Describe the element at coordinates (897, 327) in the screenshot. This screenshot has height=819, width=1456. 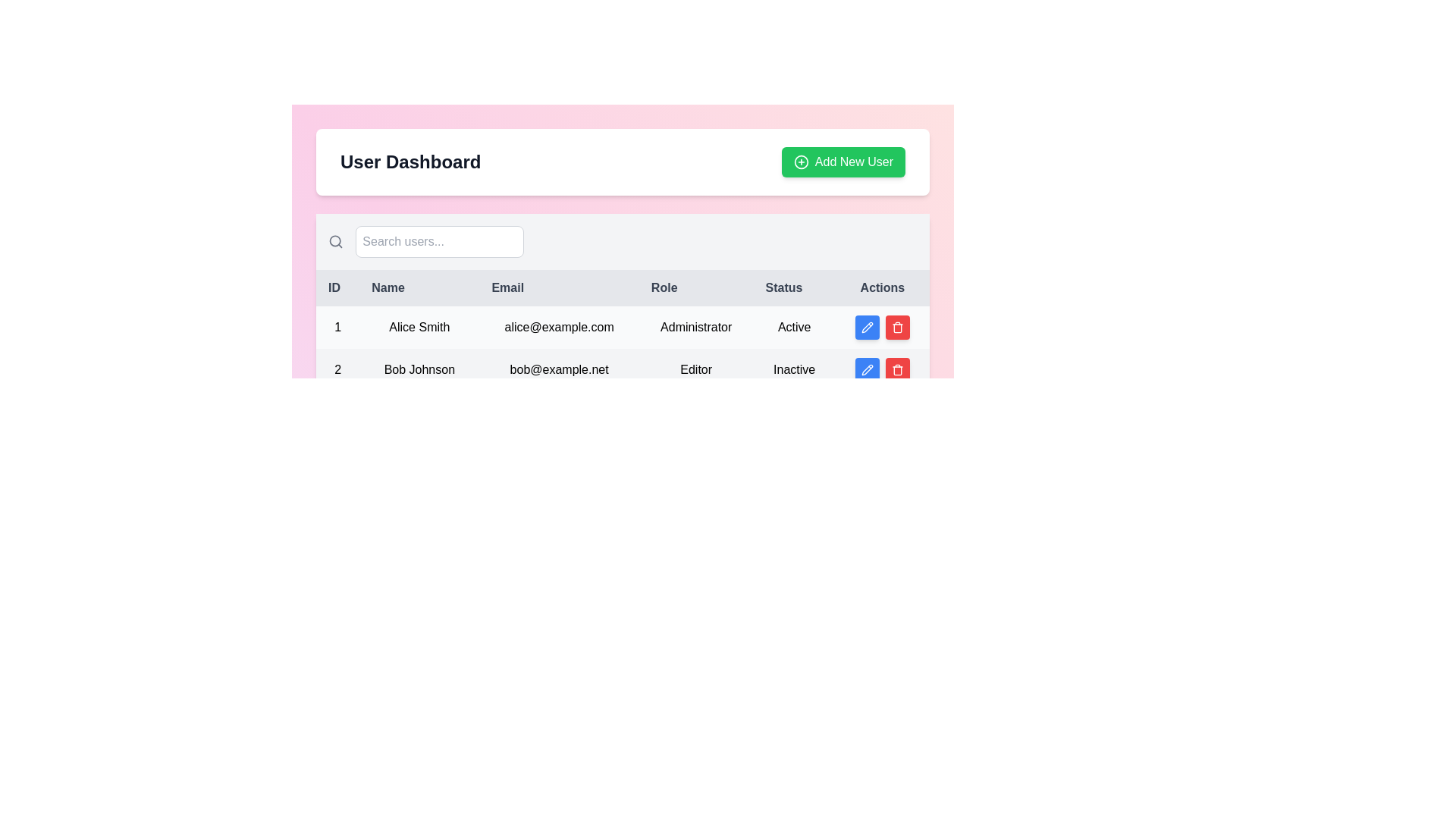
I see `the visually striking red delete button with a trash can icon located in the 'Actions' column next to the blue edit button for Bob Johnson` at that location.